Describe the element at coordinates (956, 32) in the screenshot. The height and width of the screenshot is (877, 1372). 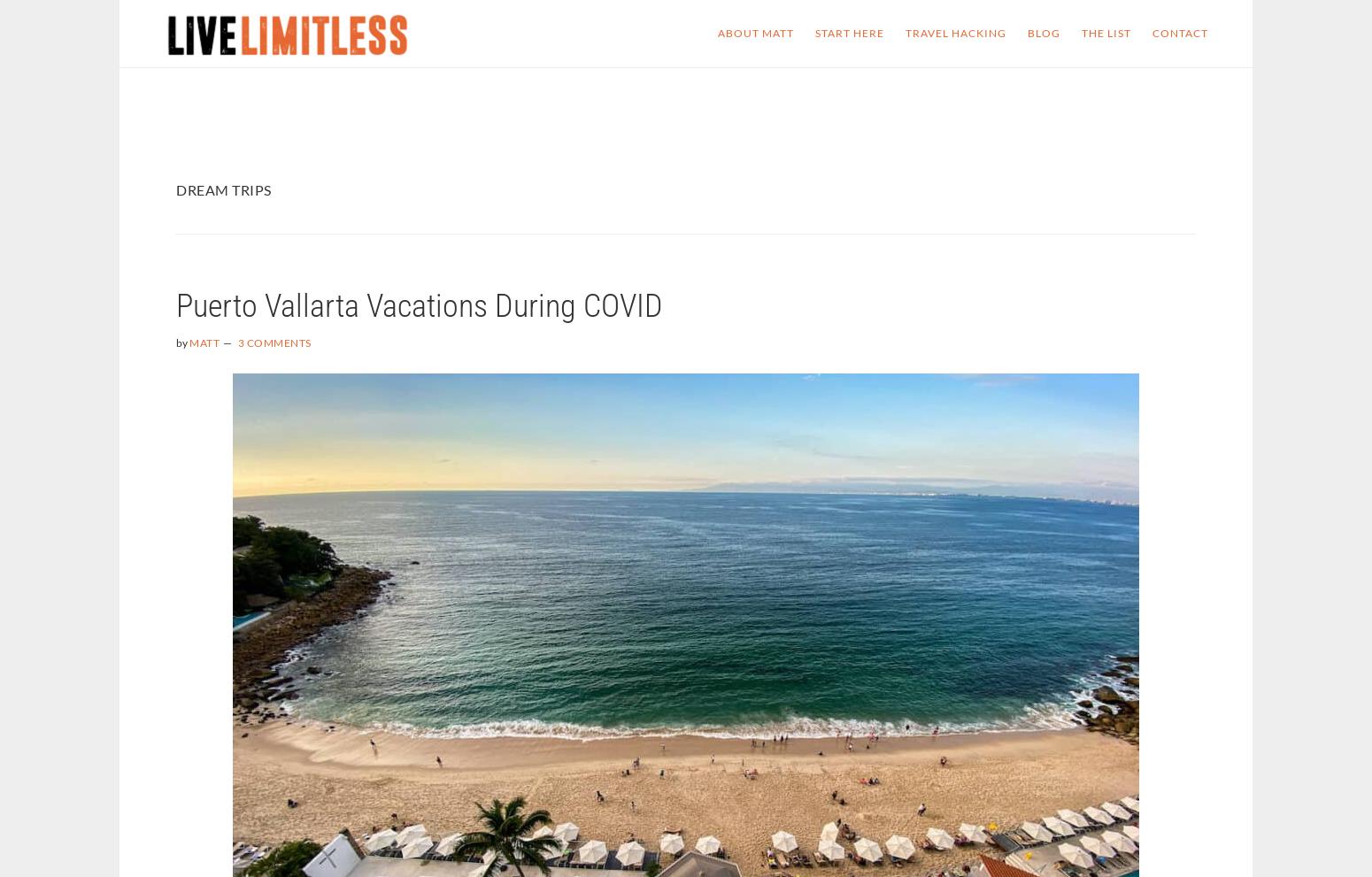
I see `'Travel Hacking'` at that location.